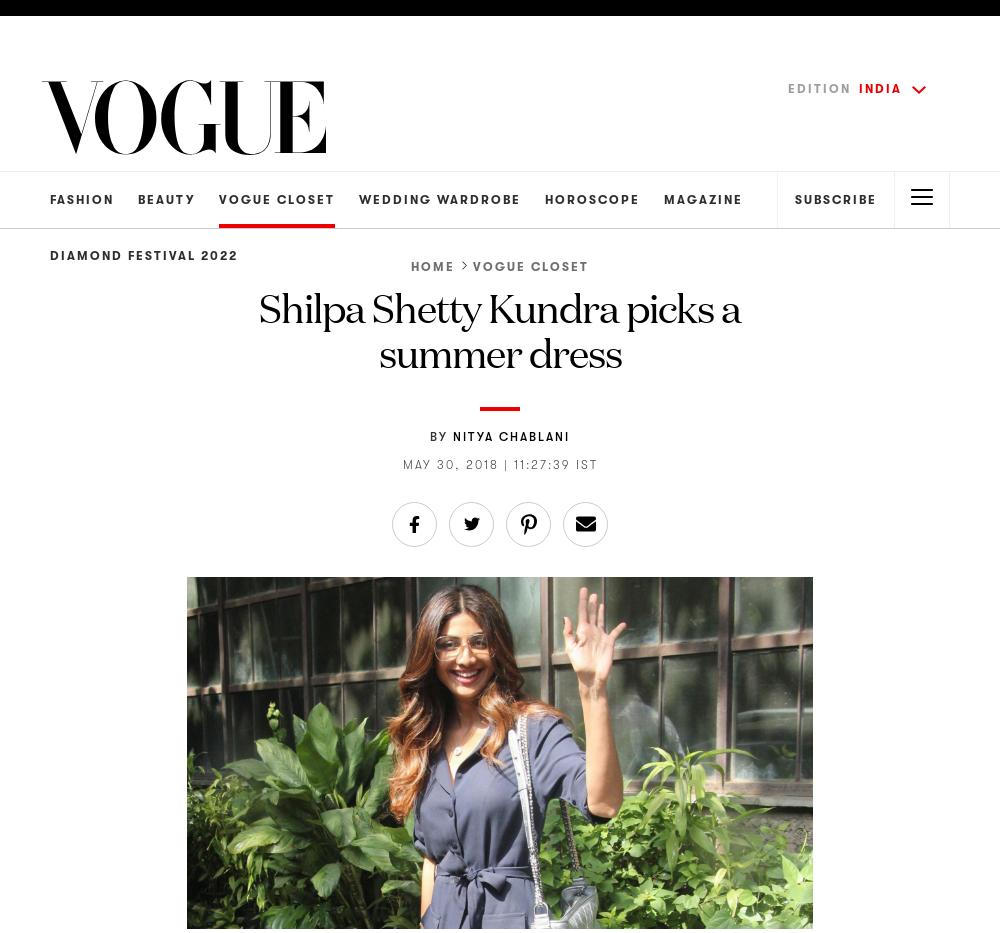  Describe the element at coordinates (50, 253) in the screenshot. I see `'DIAMOND FESTIVAL 2022'` at that location.